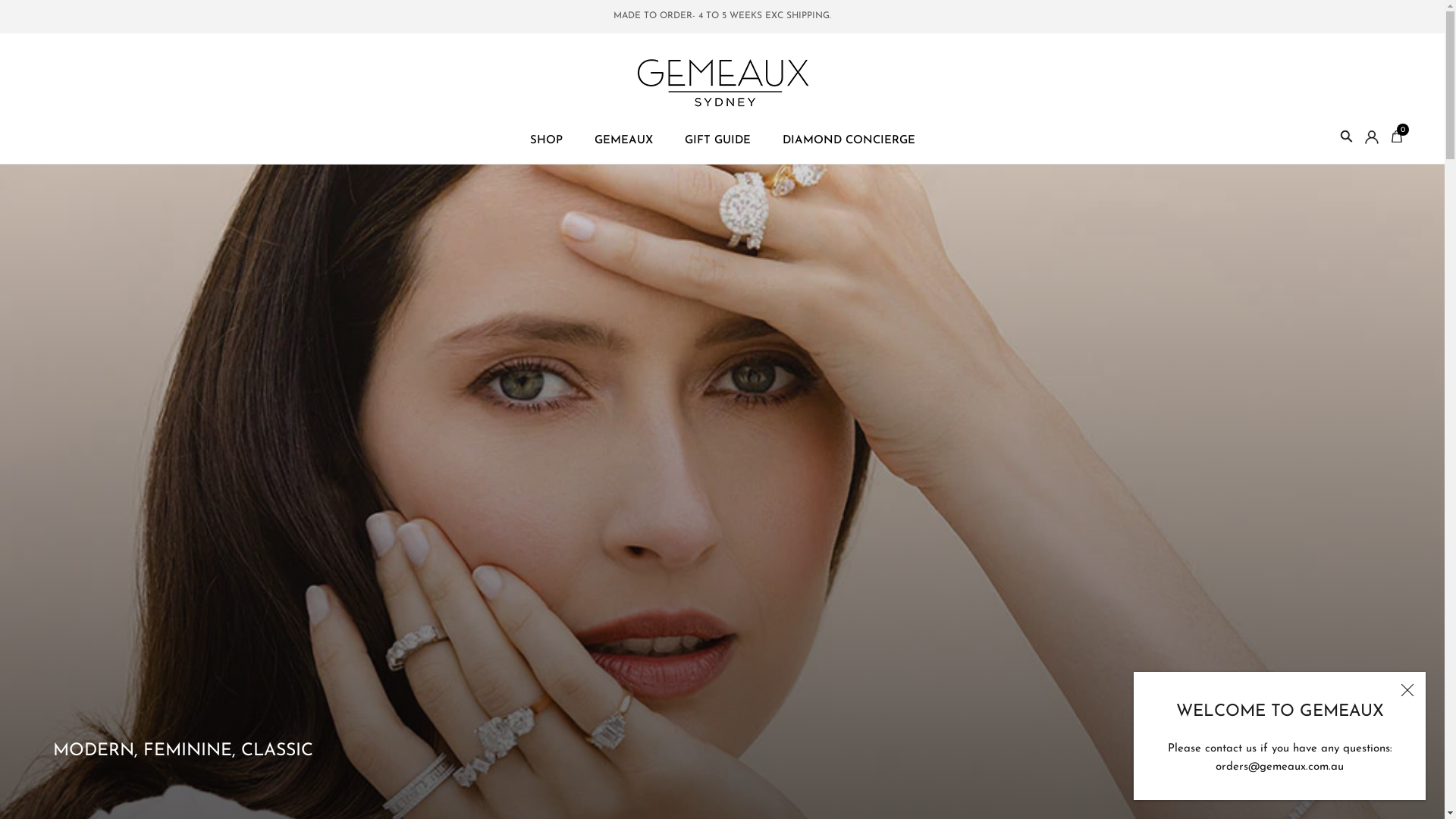 This screenshot has width=1456, height=819. What do you see at coordinates (716, 140) in the screenshot?
I see `'GIFT GUIDE` at bounding box center [716, 140].